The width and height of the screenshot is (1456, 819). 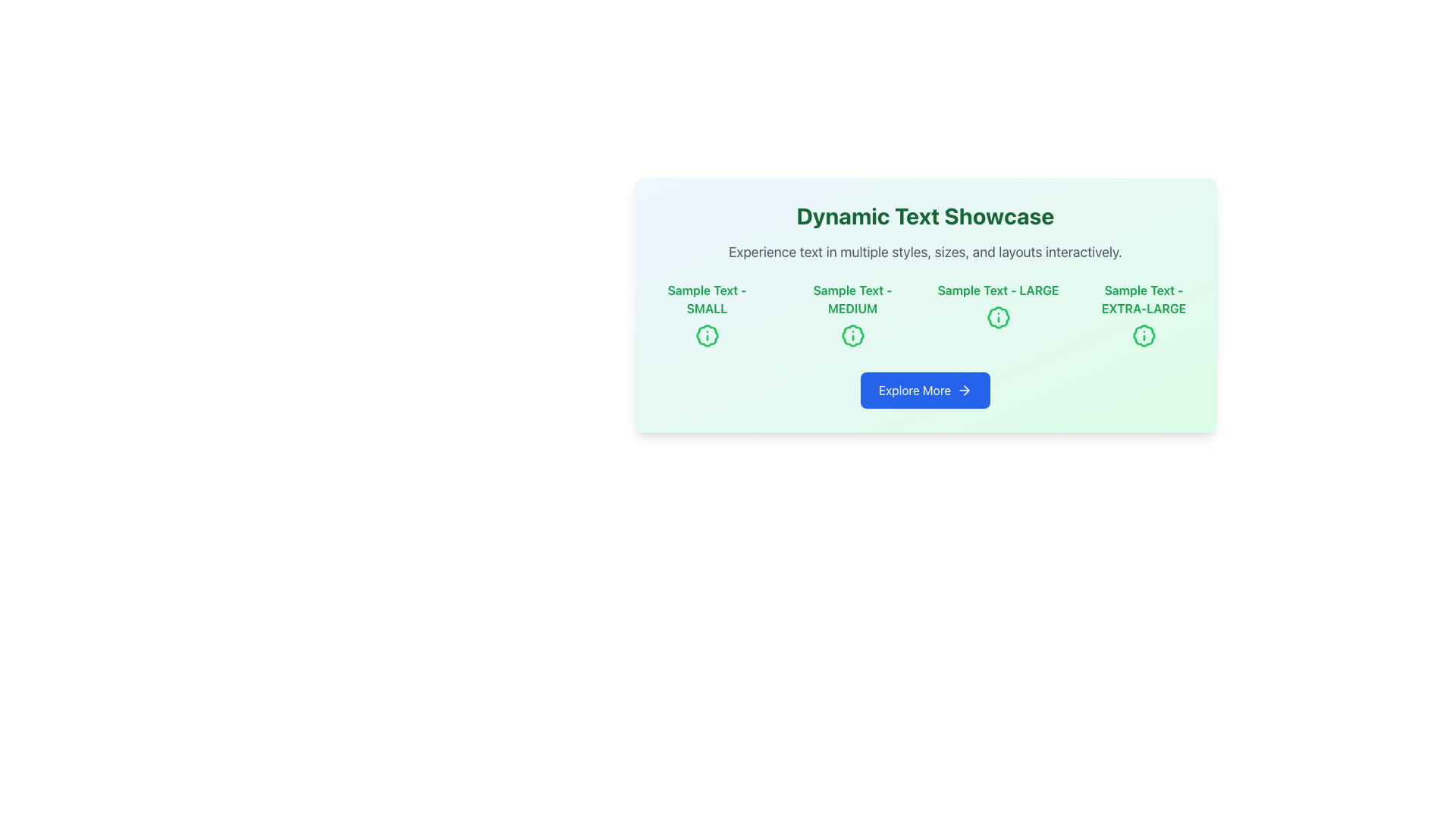 I want to click on the green circular icon with a dotted outline and a central dot, which is positioned beneath the text 'Sample Text - LARGE', so click(x=998, y=317).